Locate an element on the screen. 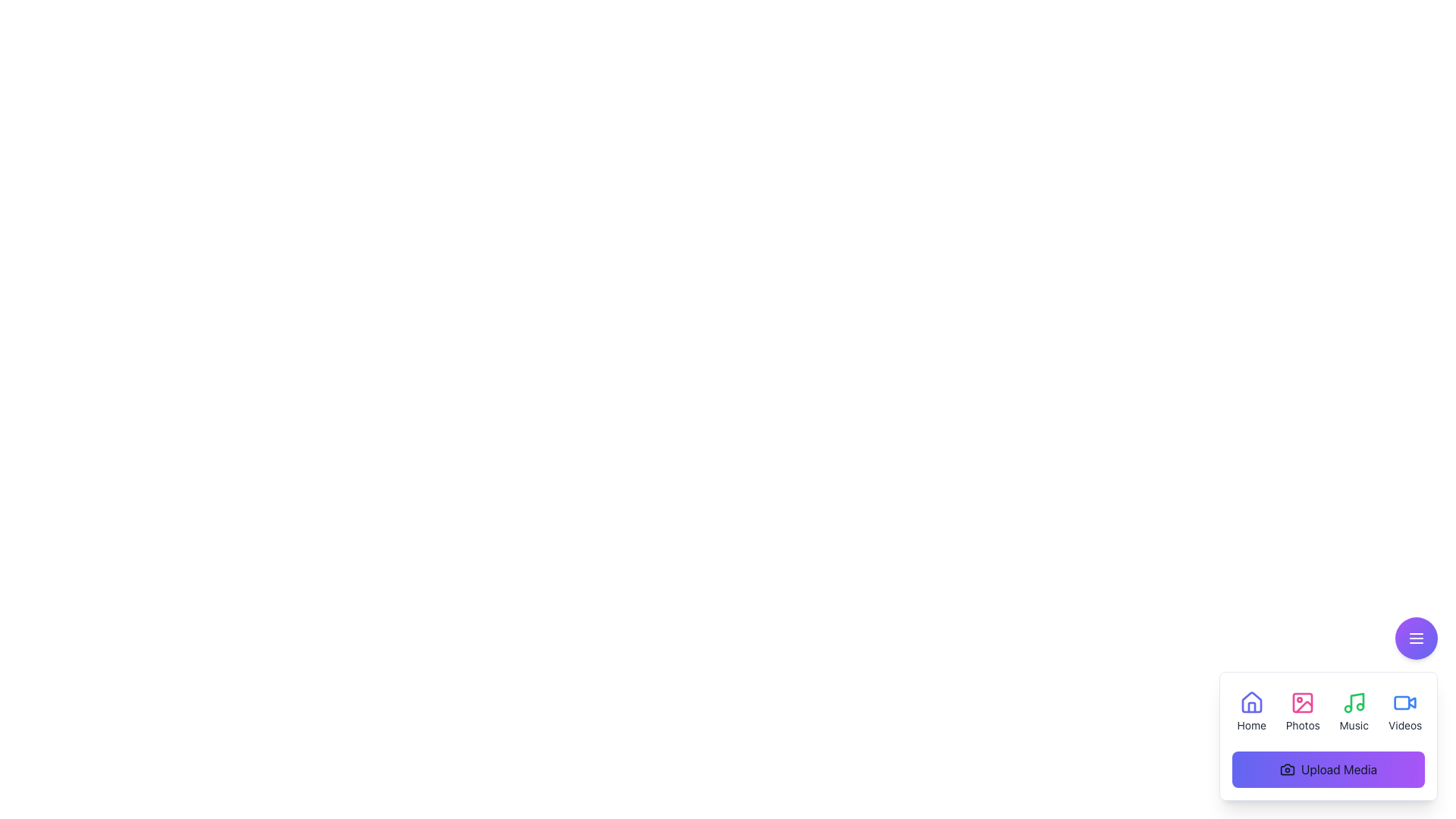 The height and width of the screenshot is (819, 1456). the 'Videos' icon button located in the bottom right floating menu is located at coordinates (1404, 702).